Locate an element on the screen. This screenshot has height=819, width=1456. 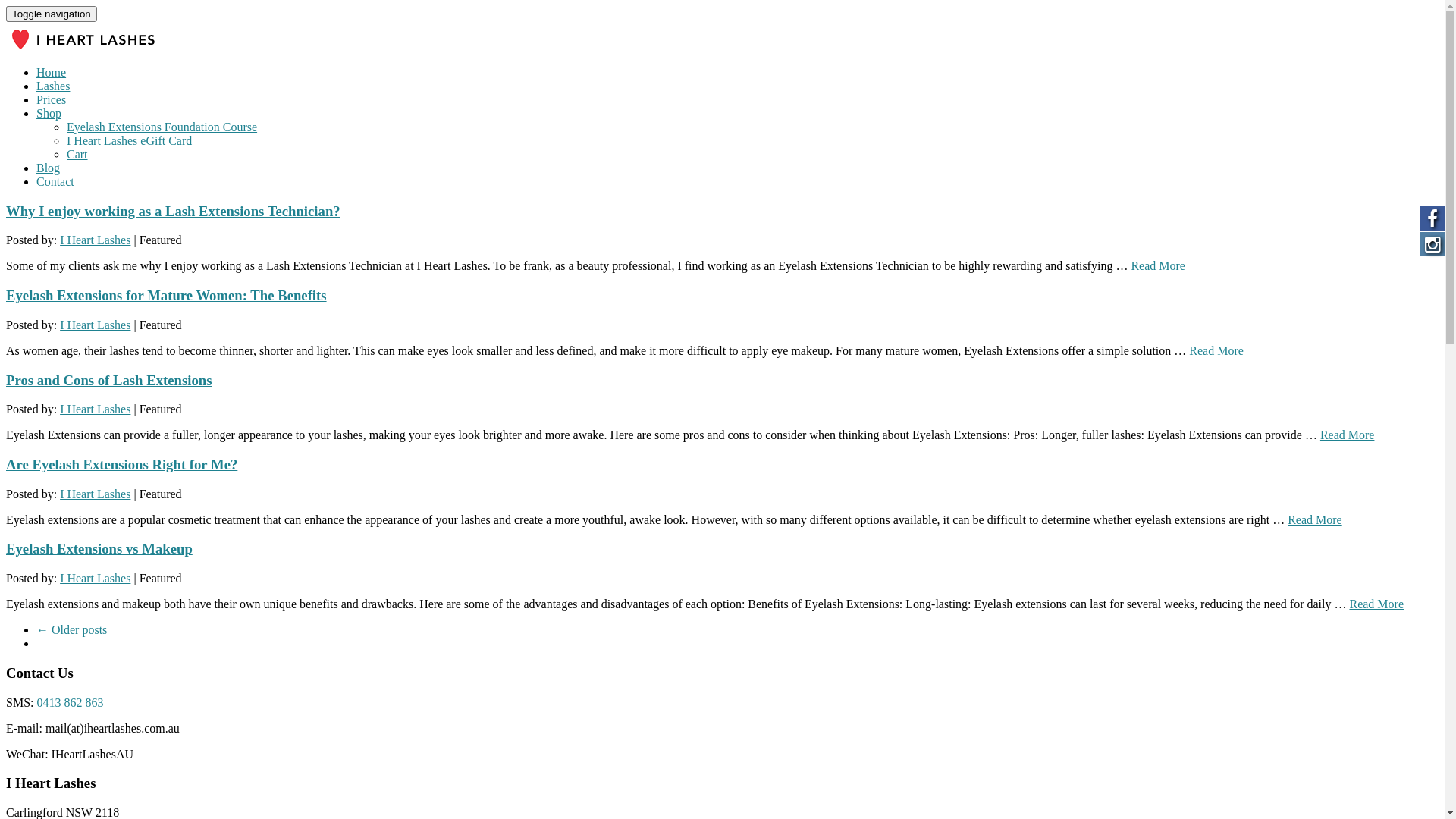
'Eyelash Extensions vs Makeup' is located at coordinates (98, 548).